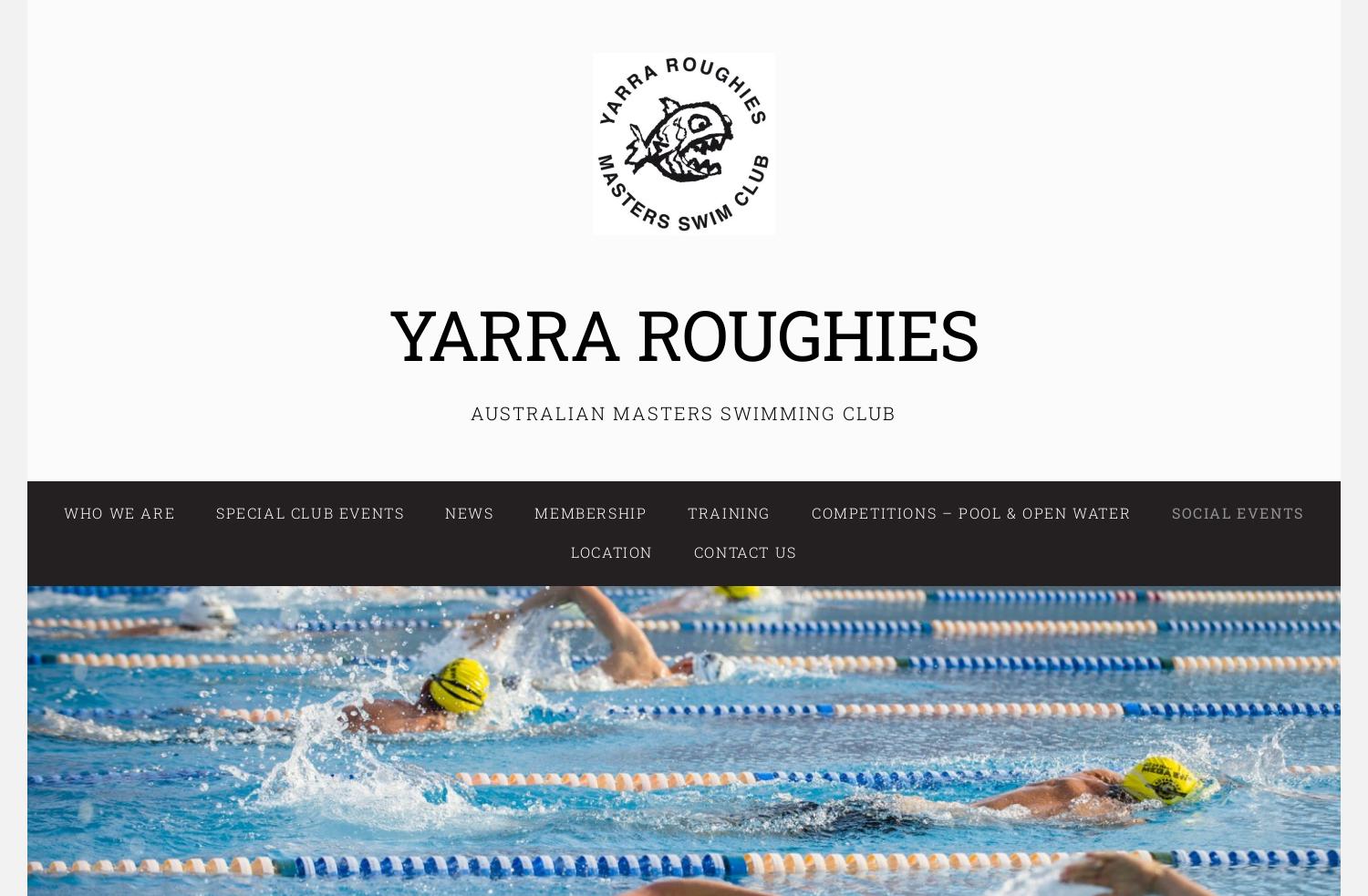  Describe the element at coordinates (969, 512) in the screenshot. I see `'Competitions – Pool & Open Water'` at that location.